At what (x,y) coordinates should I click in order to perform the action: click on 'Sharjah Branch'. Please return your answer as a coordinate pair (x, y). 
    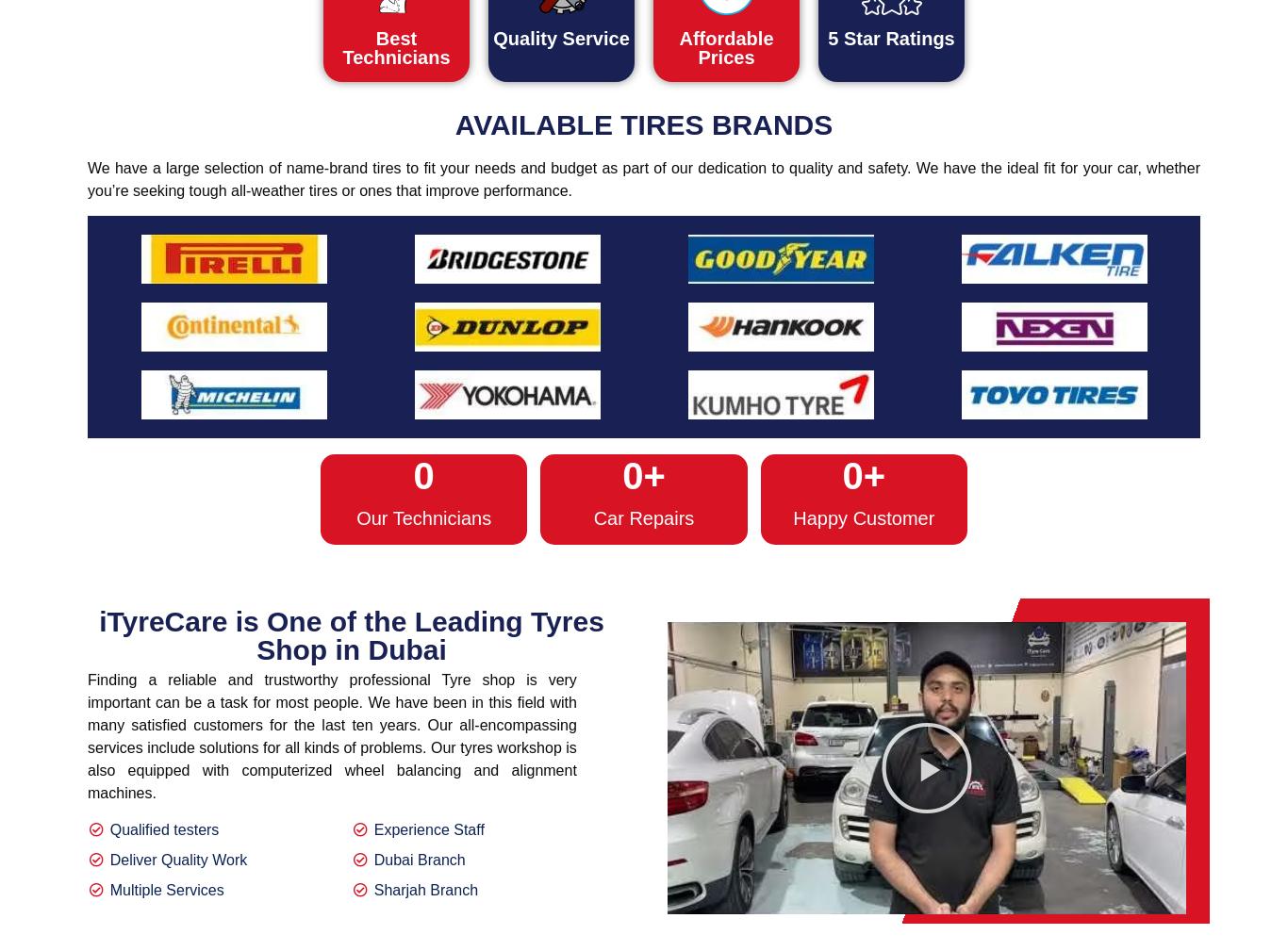
    Looking at the image, I should click on (424, 889).